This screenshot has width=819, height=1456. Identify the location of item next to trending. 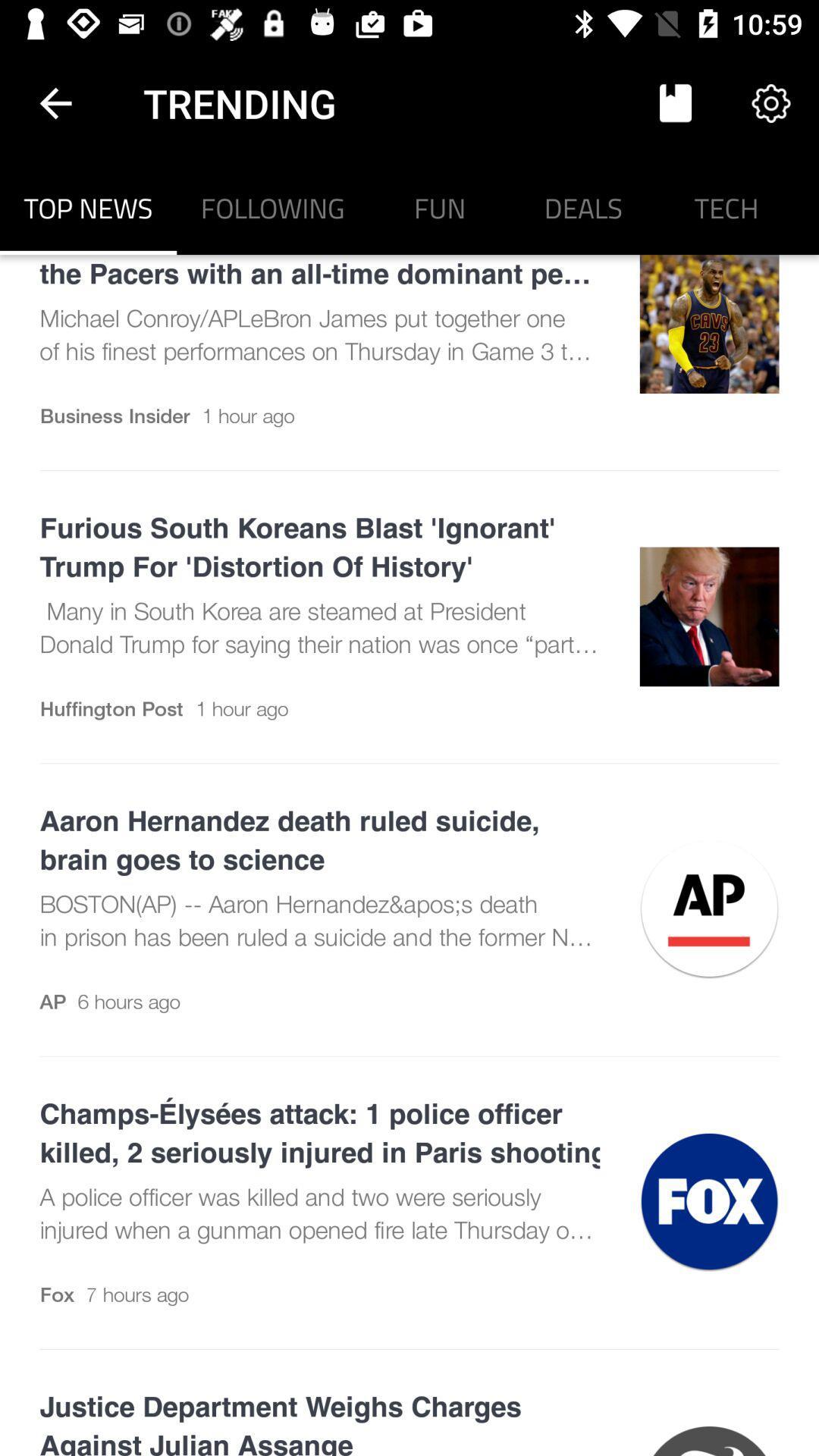
(675, 102).